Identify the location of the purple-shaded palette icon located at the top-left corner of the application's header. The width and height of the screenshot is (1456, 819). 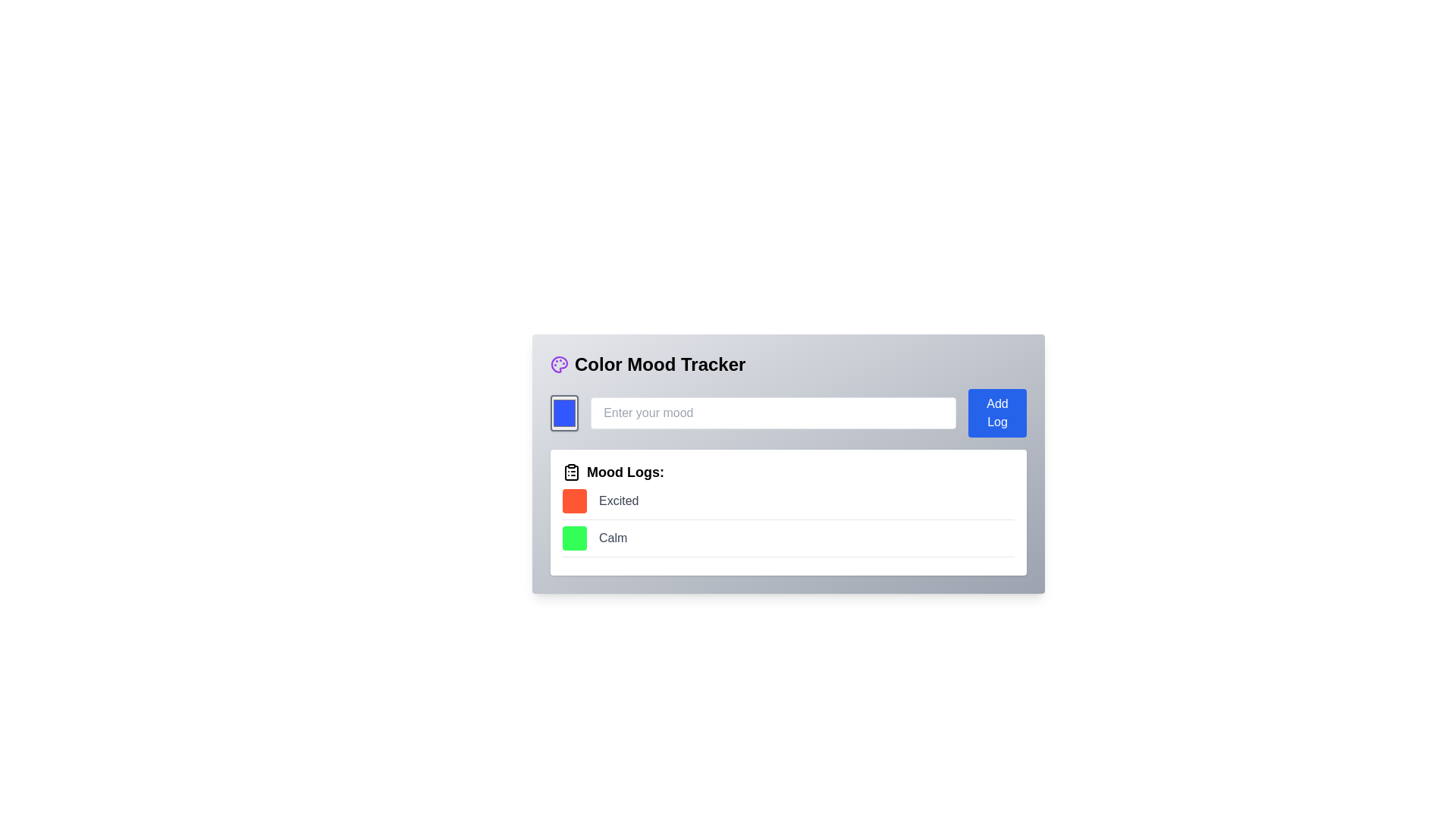
(559, 365).